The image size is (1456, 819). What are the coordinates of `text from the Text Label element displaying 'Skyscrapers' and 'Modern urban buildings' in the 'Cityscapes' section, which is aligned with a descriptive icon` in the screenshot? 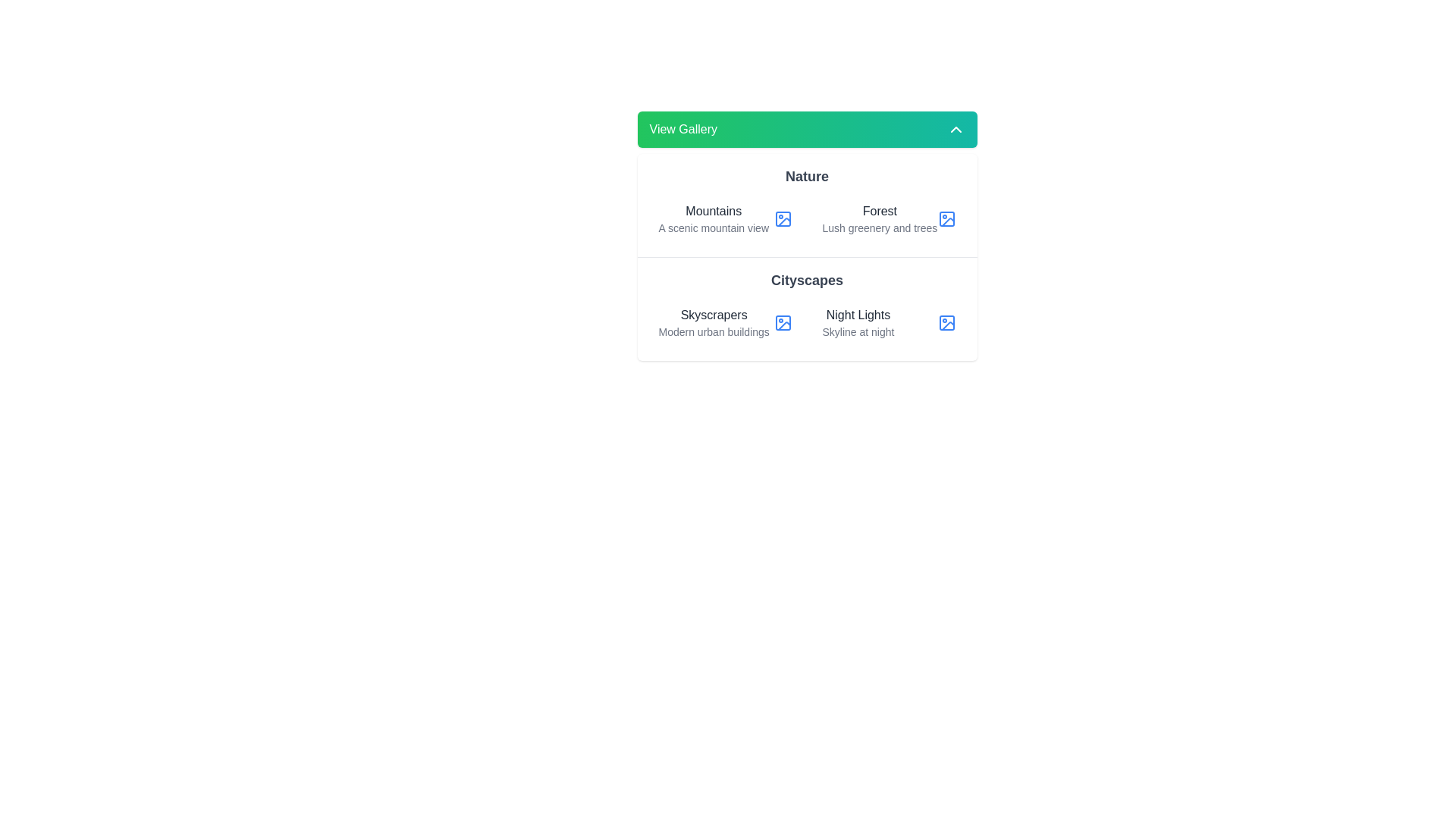 It's located at (713, 322).